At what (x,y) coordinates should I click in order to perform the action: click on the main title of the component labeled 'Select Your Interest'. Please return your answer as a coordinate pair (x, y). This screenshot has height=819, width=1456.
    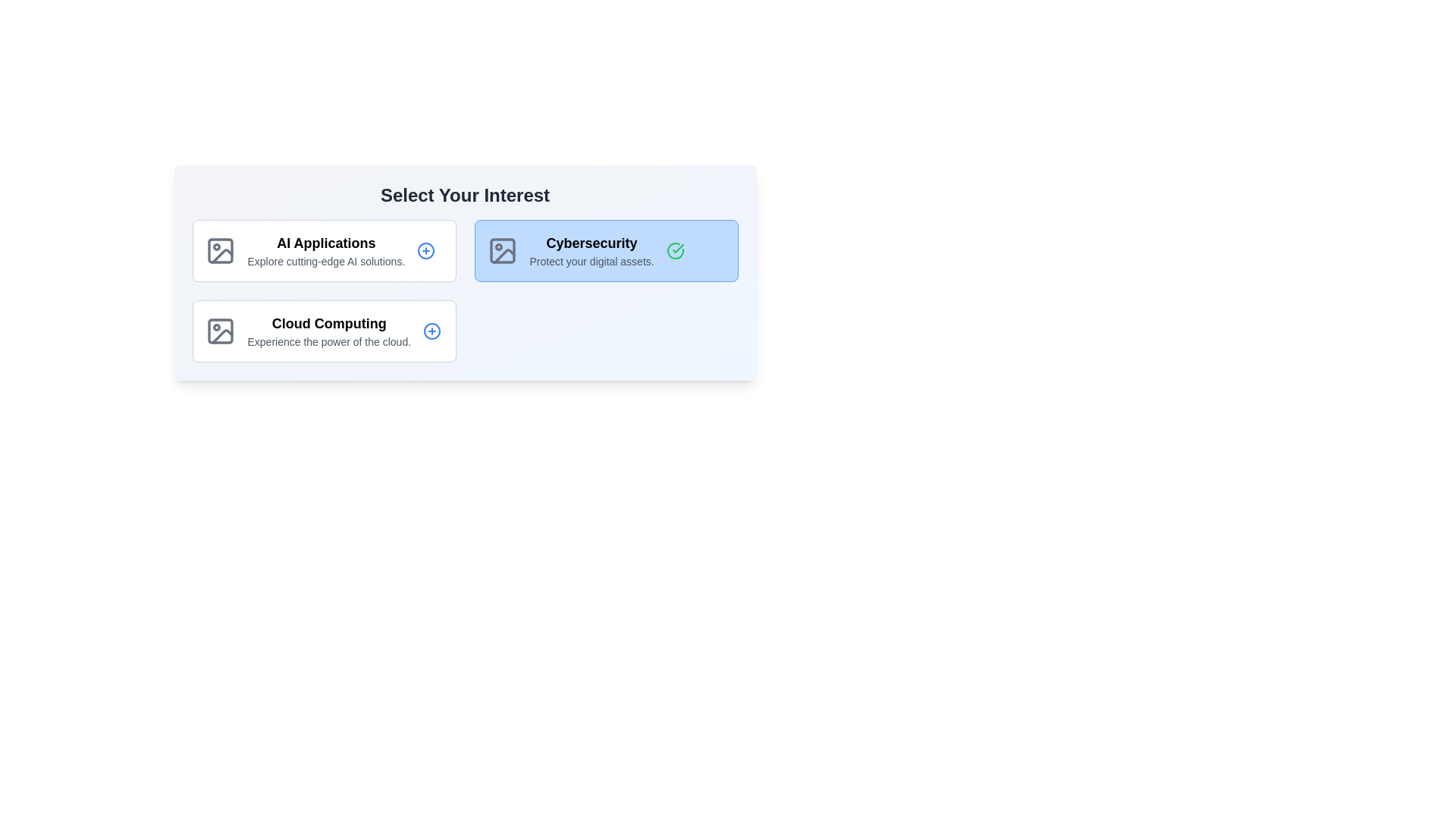
    Looking at the image, I should click on (464, 195).